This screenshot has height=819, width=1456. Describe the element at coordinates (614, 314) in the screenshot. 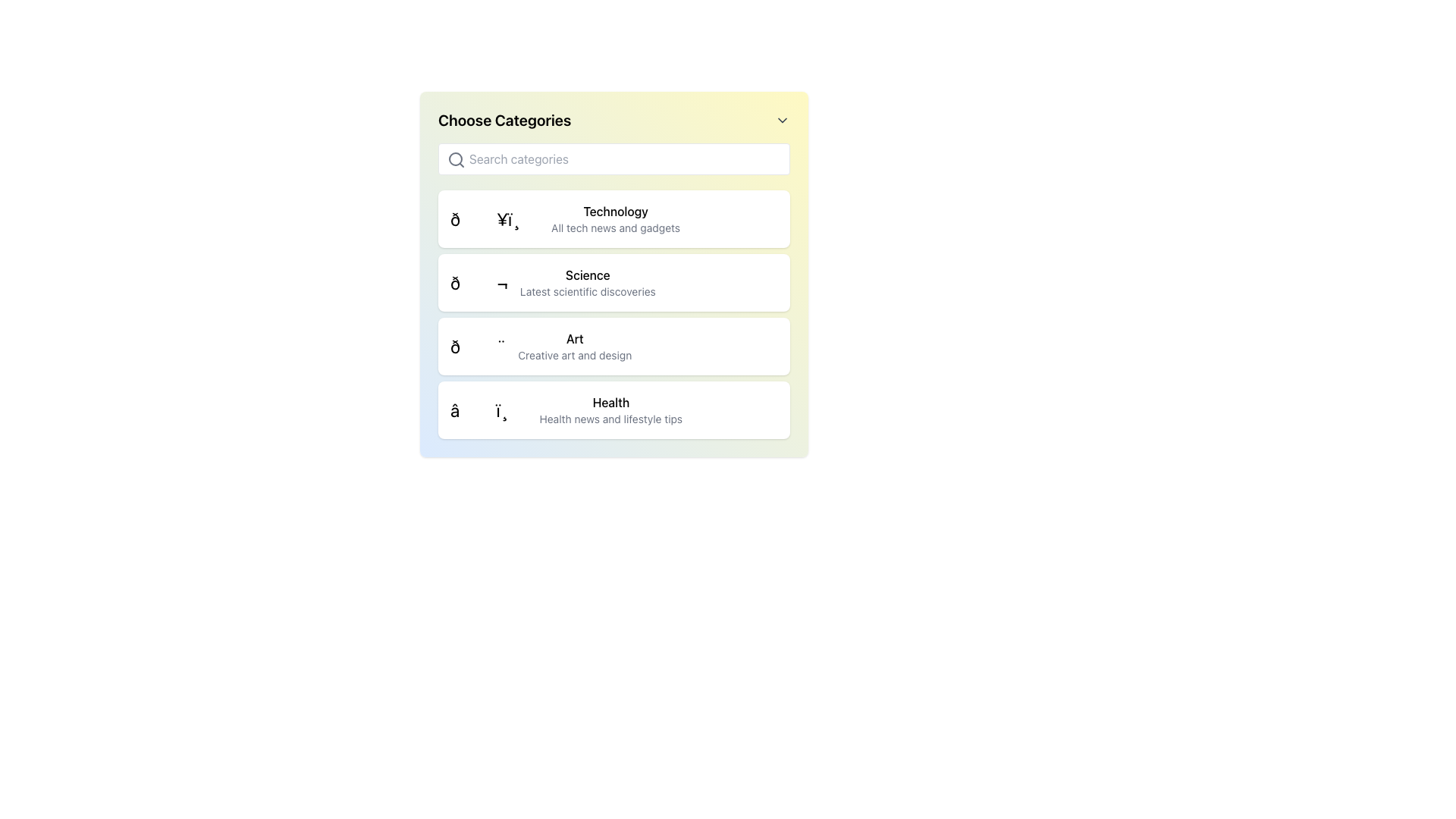

I see `the 'Art' category button located in the 'Choose Categories' list, which is positioned between the 'Science' and 'Health' sections` at that location.